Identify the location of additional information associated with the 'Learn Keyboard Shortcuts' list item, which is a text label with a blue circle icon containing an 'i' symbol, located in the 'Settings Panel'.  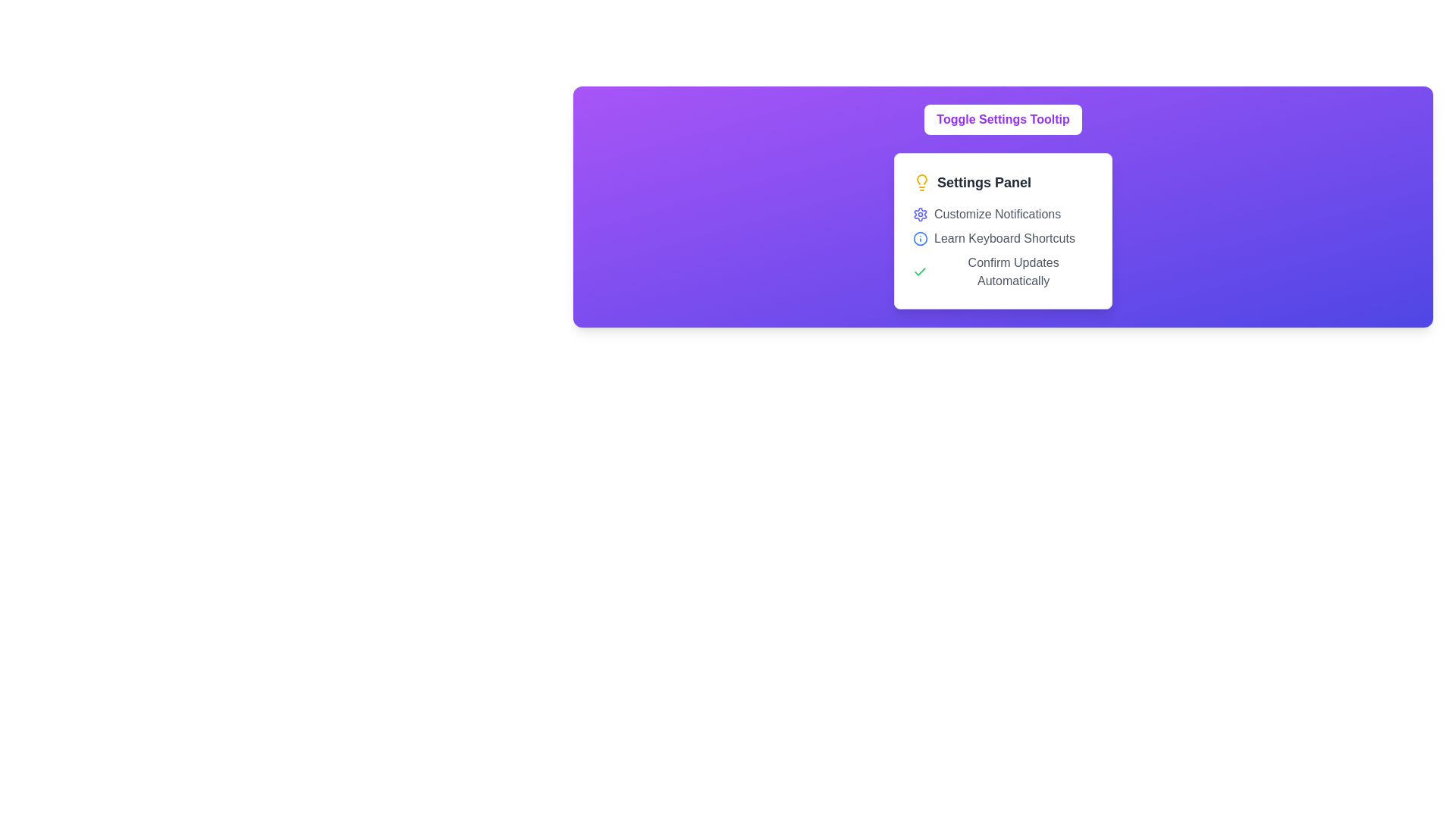
(1003, 239).